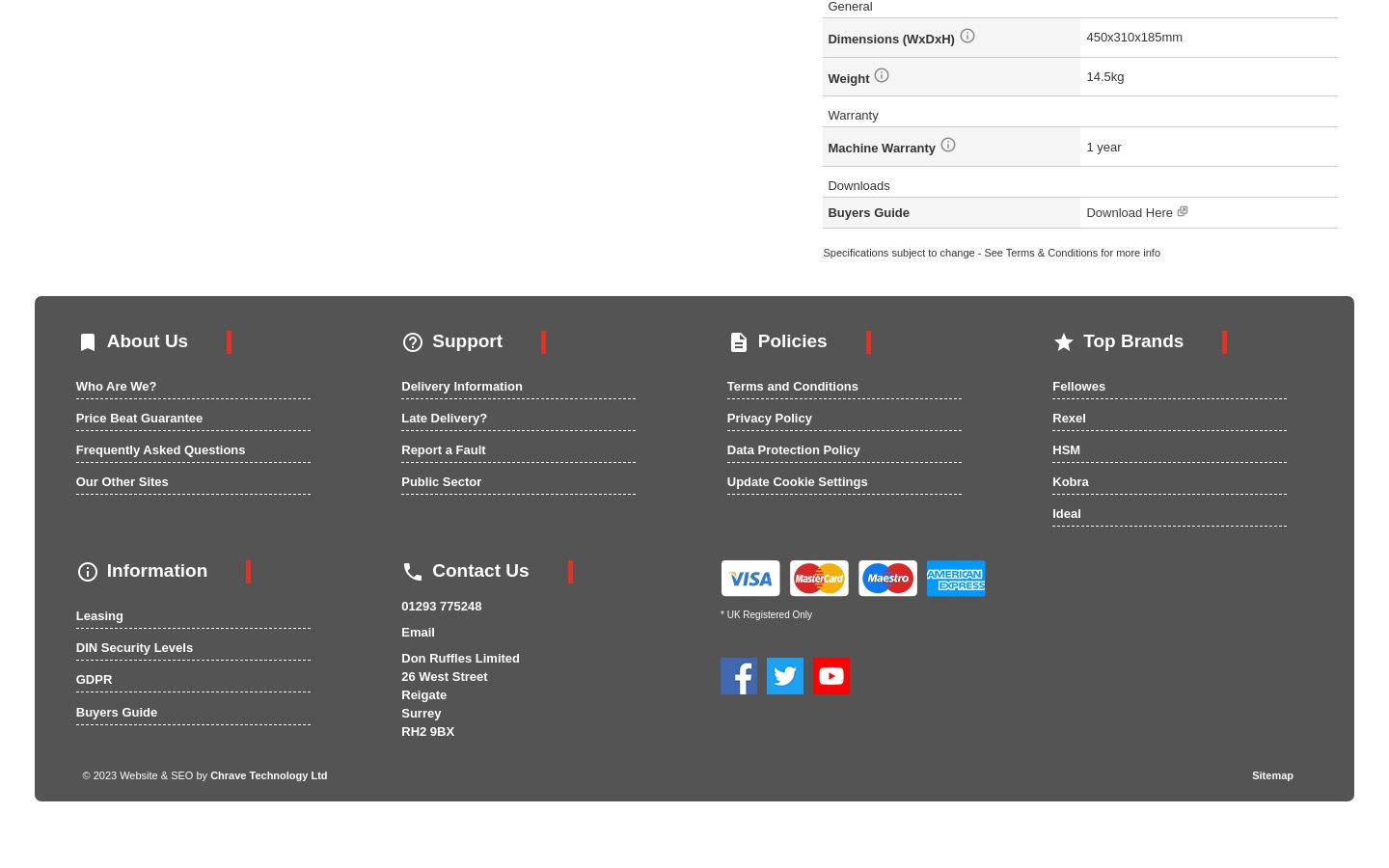 Image resolution: width=1389 pixels, height=868 pixels. I want to click on 'Download Here', so click(1130, 212).